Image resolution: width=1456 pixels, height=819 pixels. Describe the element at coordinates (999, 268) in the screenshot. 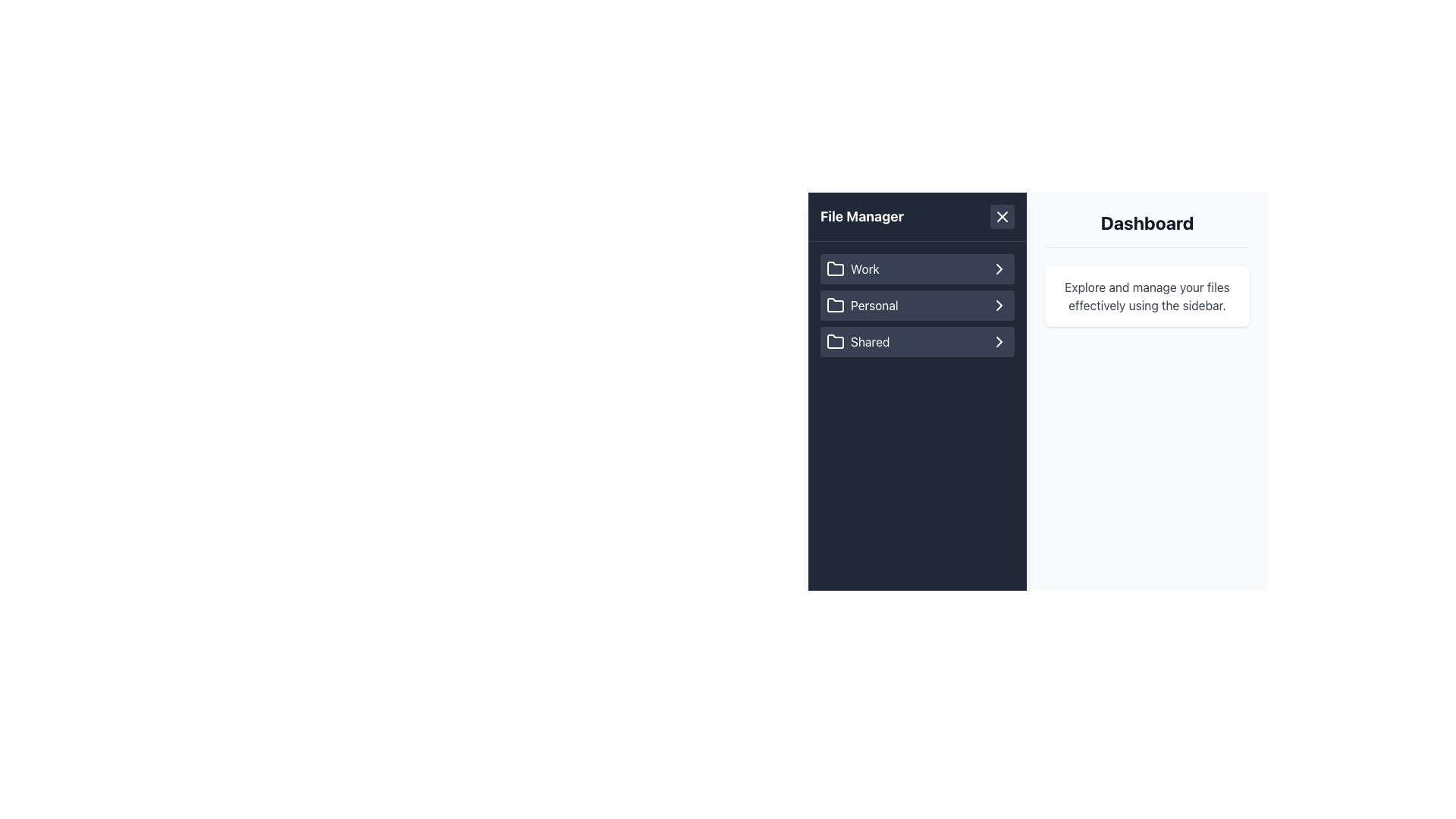

I see `the arrow-shaped navigation icon located at the rightmost part of the 'Work' button in the 'File Manager' sidebar` at that location.